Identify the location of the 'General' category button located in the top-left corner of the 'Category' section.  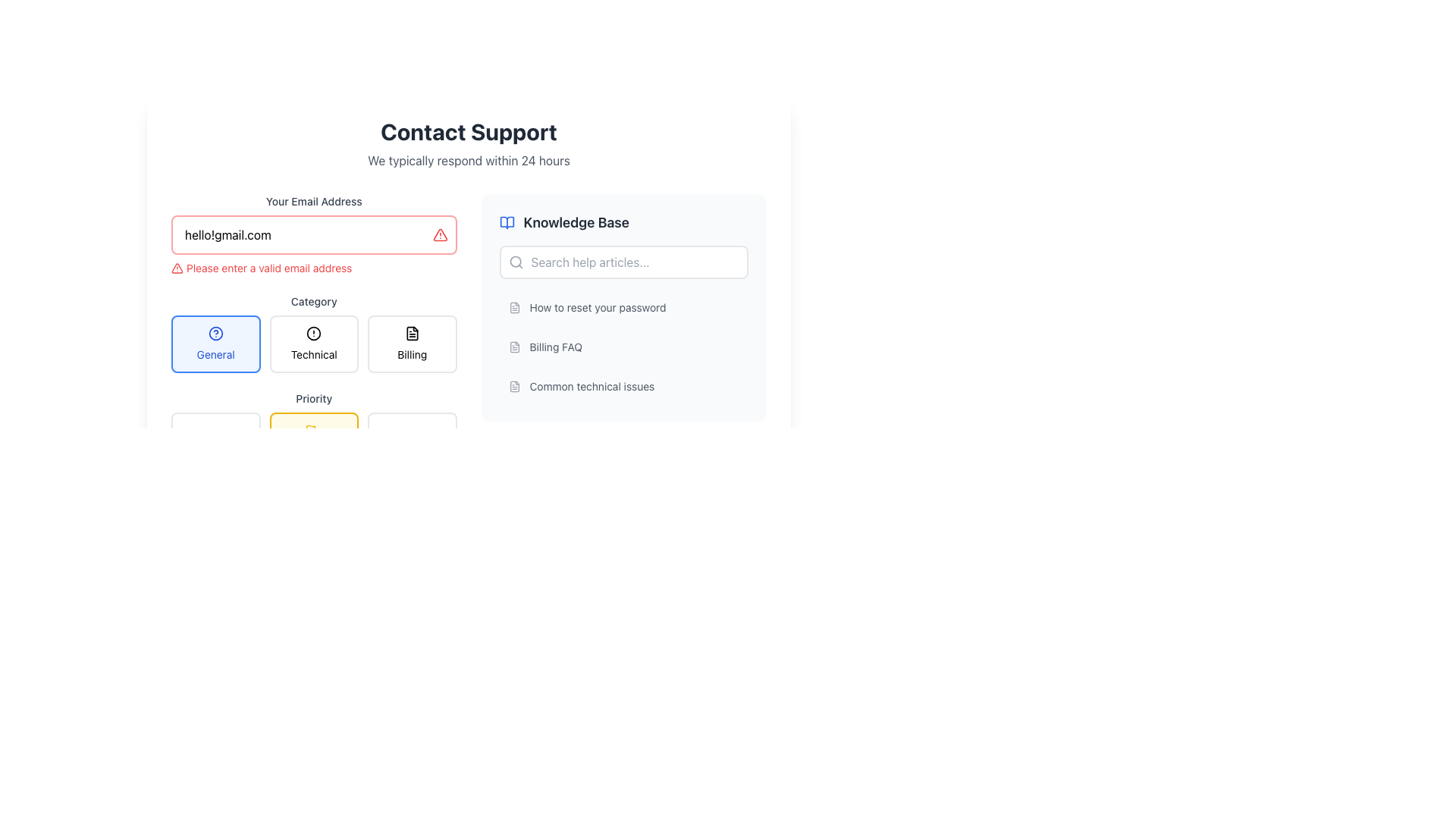
(215, 344).